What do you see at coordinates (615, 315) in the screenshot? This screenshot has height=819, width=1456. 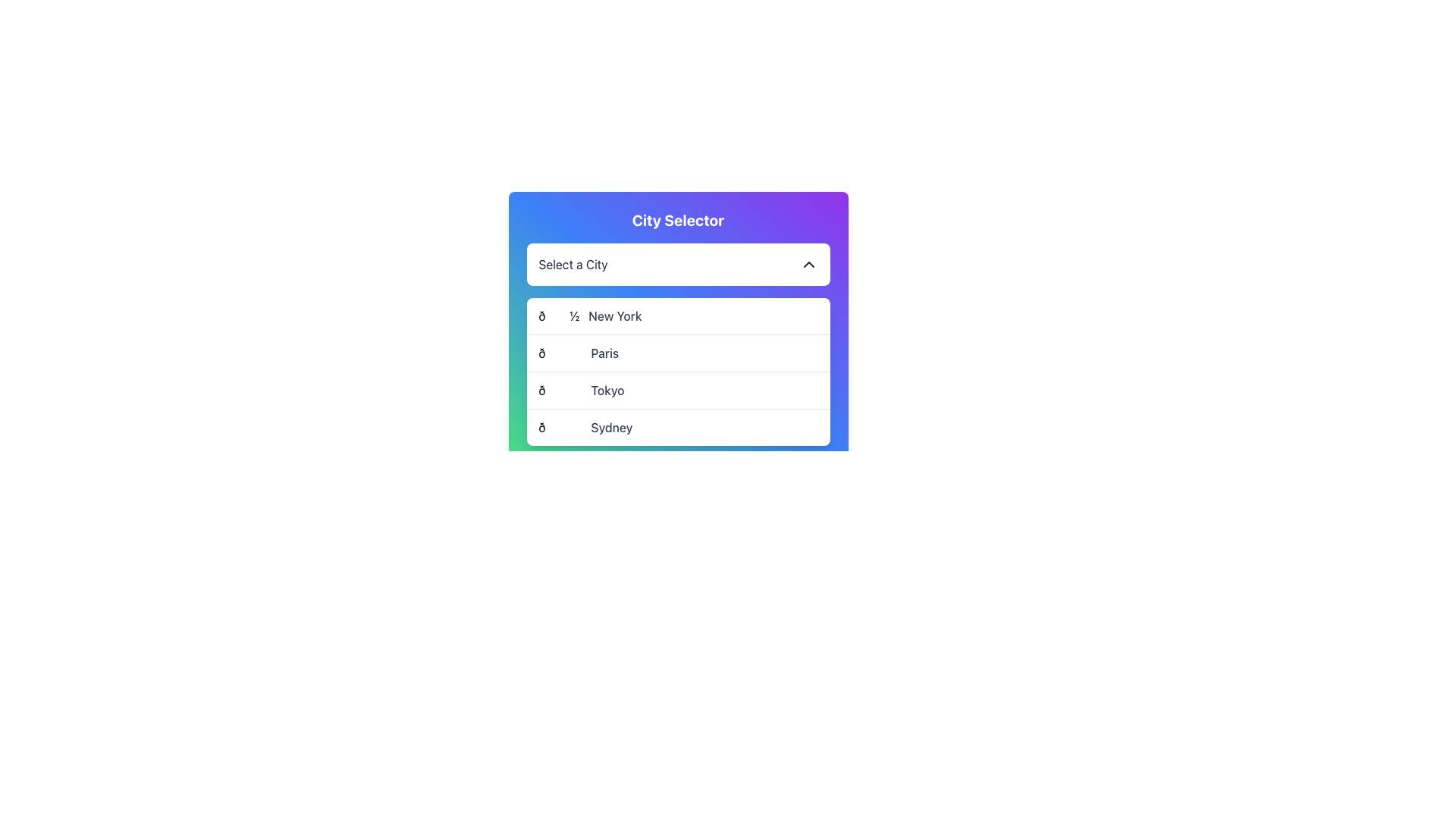 I see `the 'New York' text label located in the second row of the 'City Selector' dropdown` at bounding box center [615, 315].